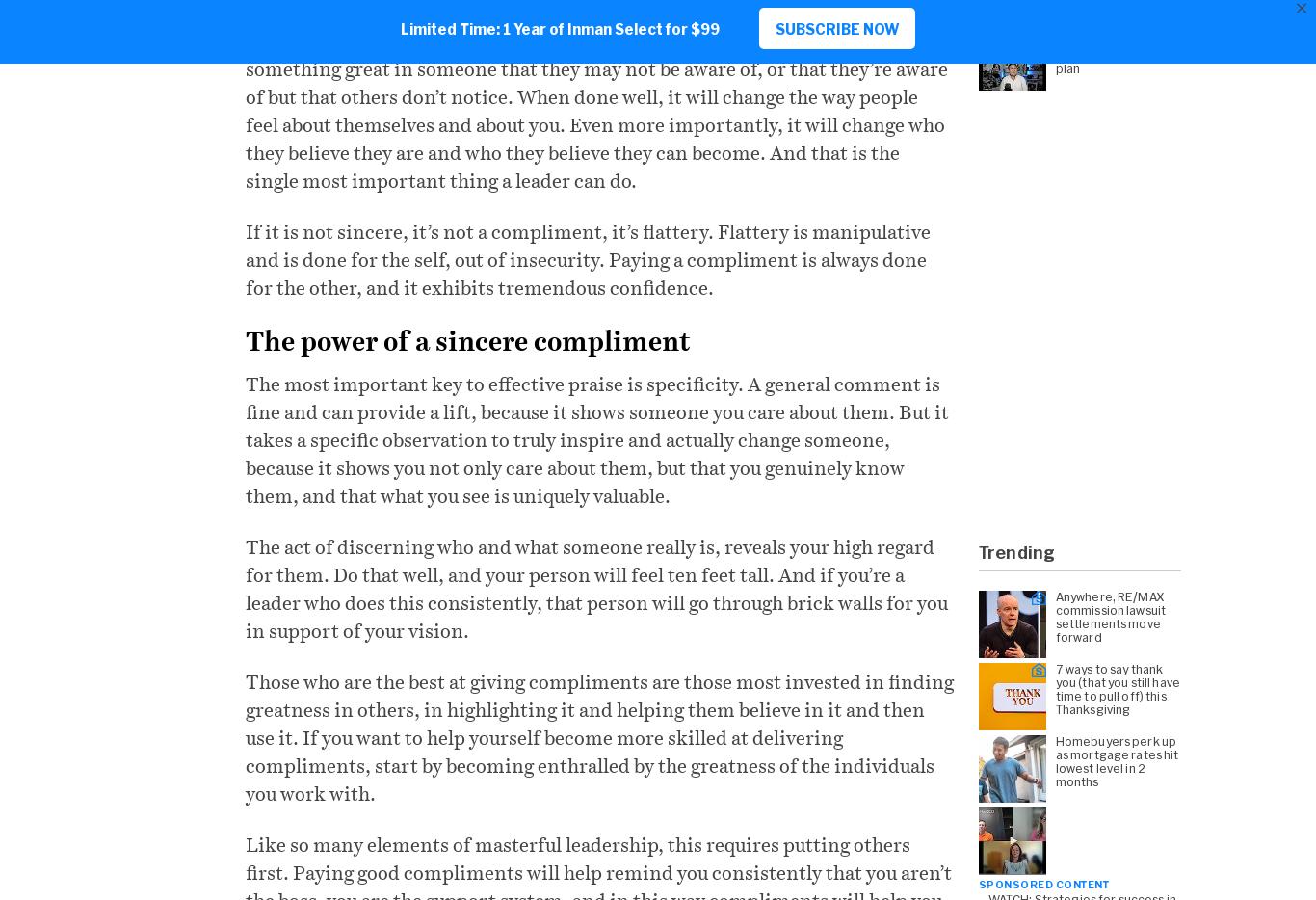 The height and width of the screenshot is (900, 1316). I want to click on 'Those who are the best at giving compliments are those most invested in finding greatness in others, in highlighting it and helping them believe in it and then use it. If you want to help yourself become more skilled at delivering compliments, start by becoming enthralled by the greatness of the individuals you work with.', so click(598, 736).